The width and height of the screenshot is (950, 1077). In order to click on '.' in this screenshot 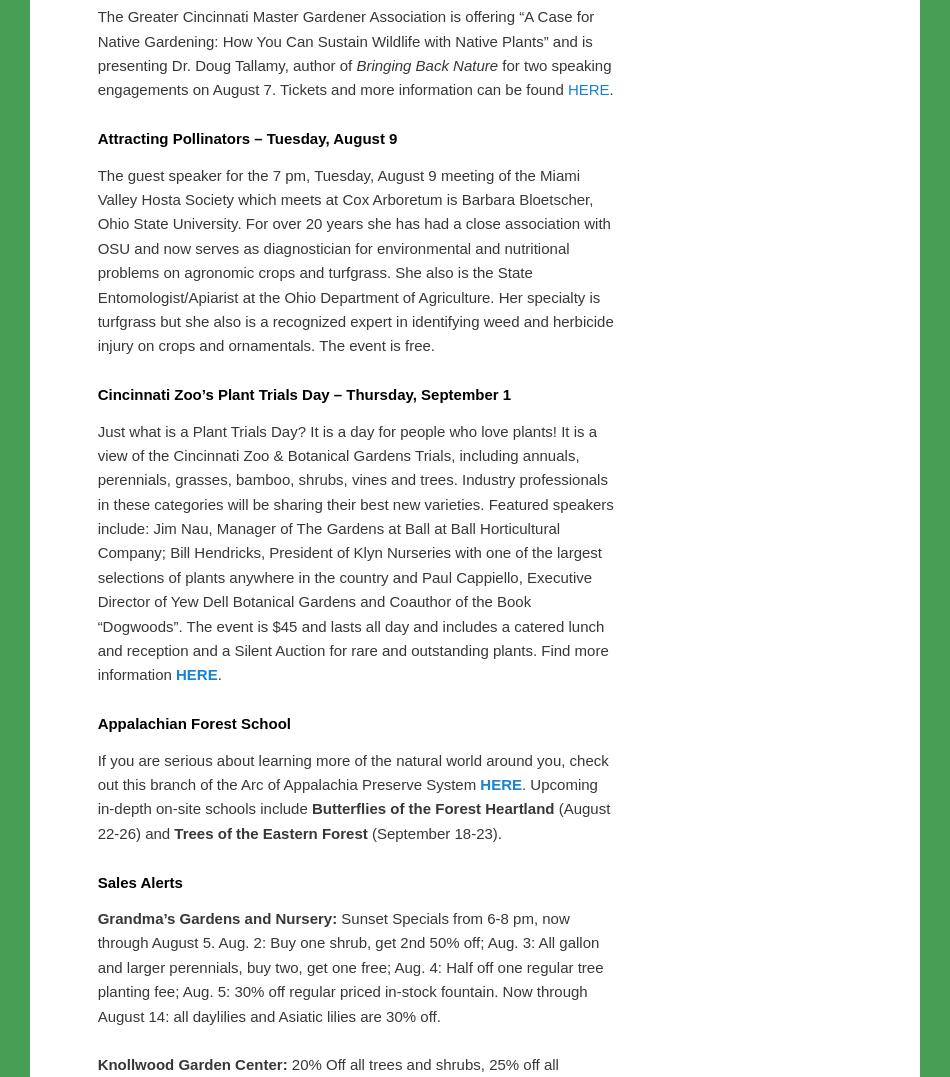, I will do `click(611, 507)`.